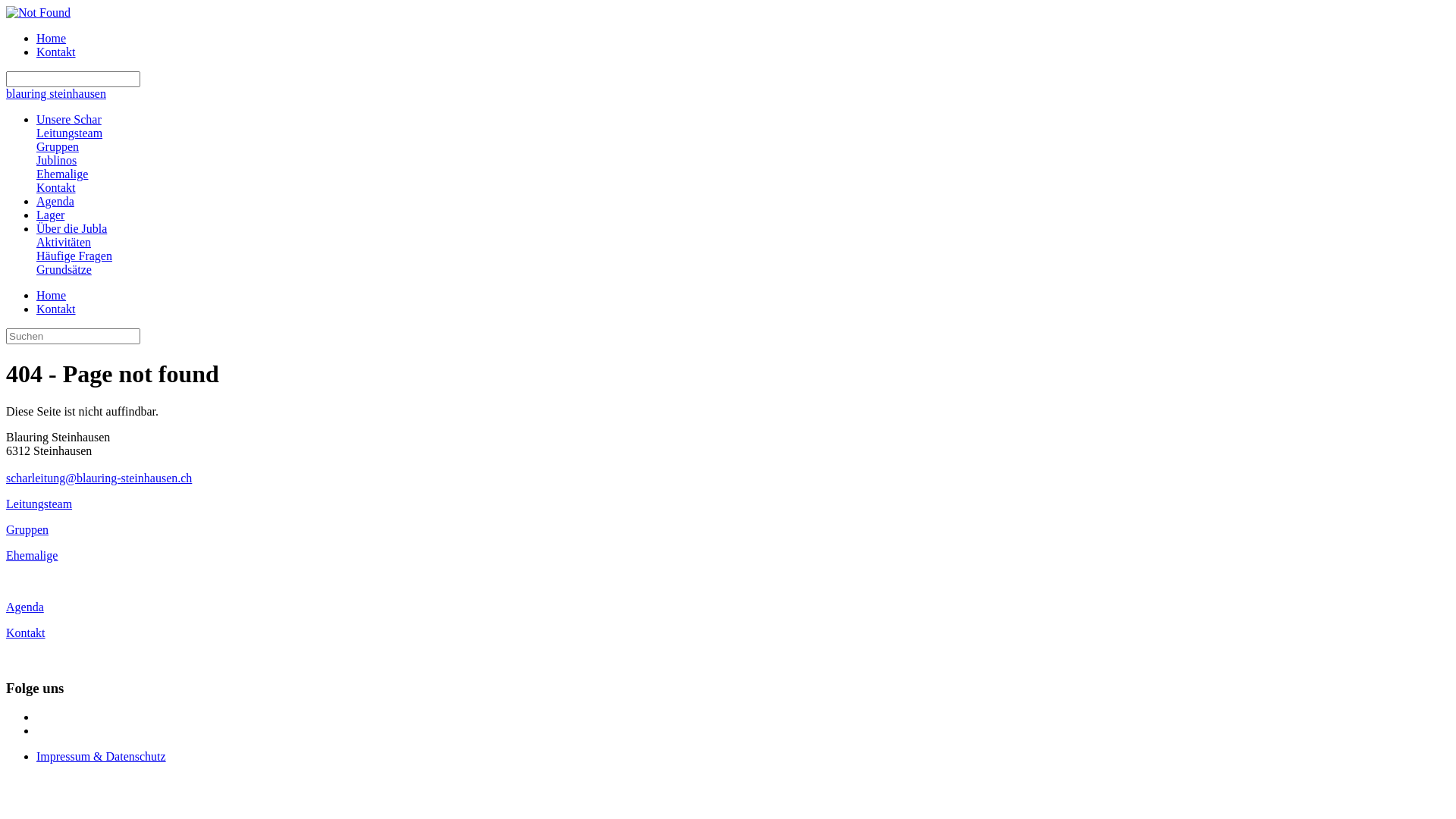 Image resolution: width=1456 pixels, height=819 pixels. What do you see at coordinates (55, 93) in the screenshot?
I see `'blauring steinhausen'` at bounding box center [55, 93].